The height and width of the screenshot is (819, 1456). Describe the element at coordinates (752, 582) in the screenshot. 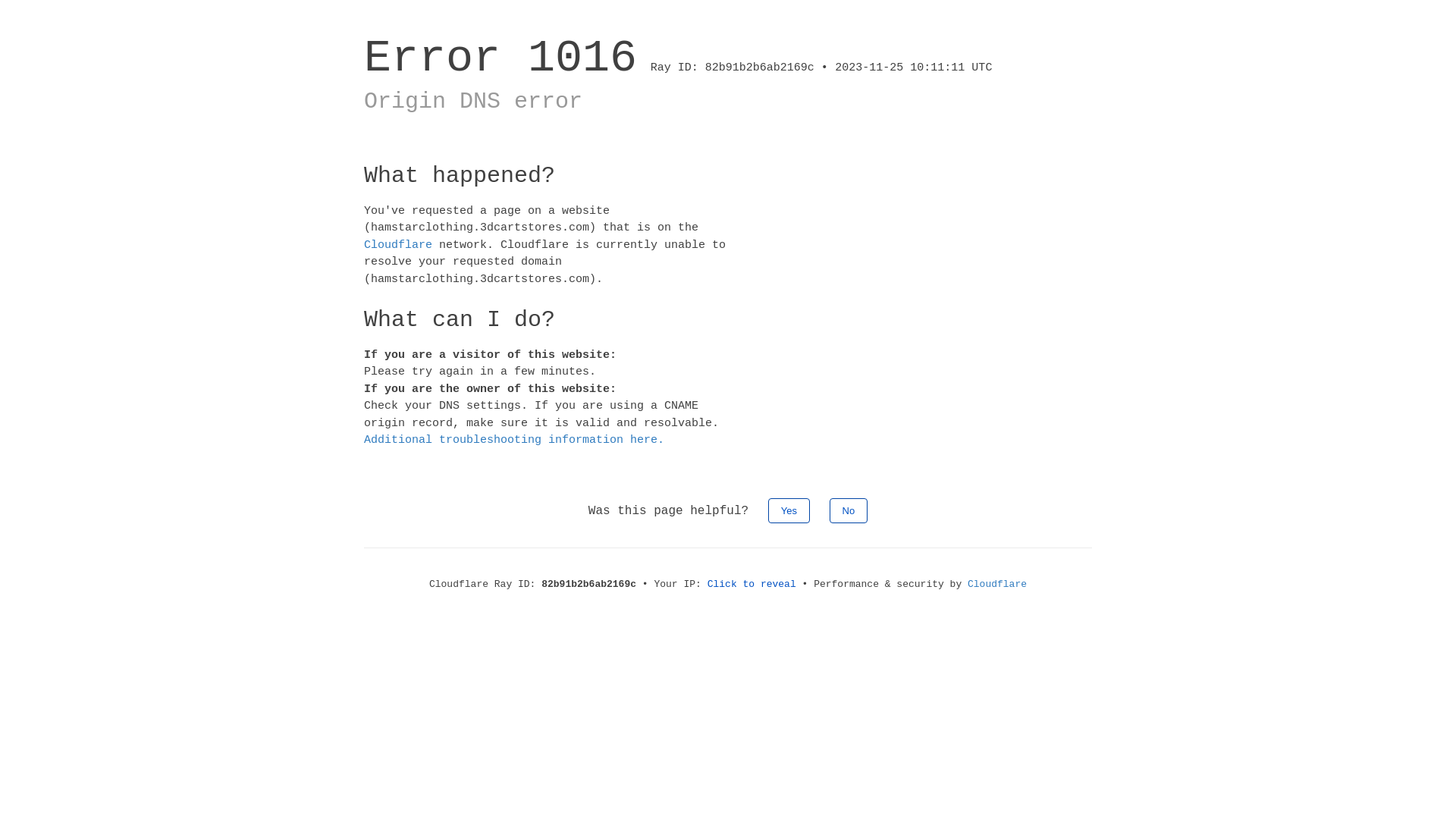

I see `'Click to reveal'` at that location.